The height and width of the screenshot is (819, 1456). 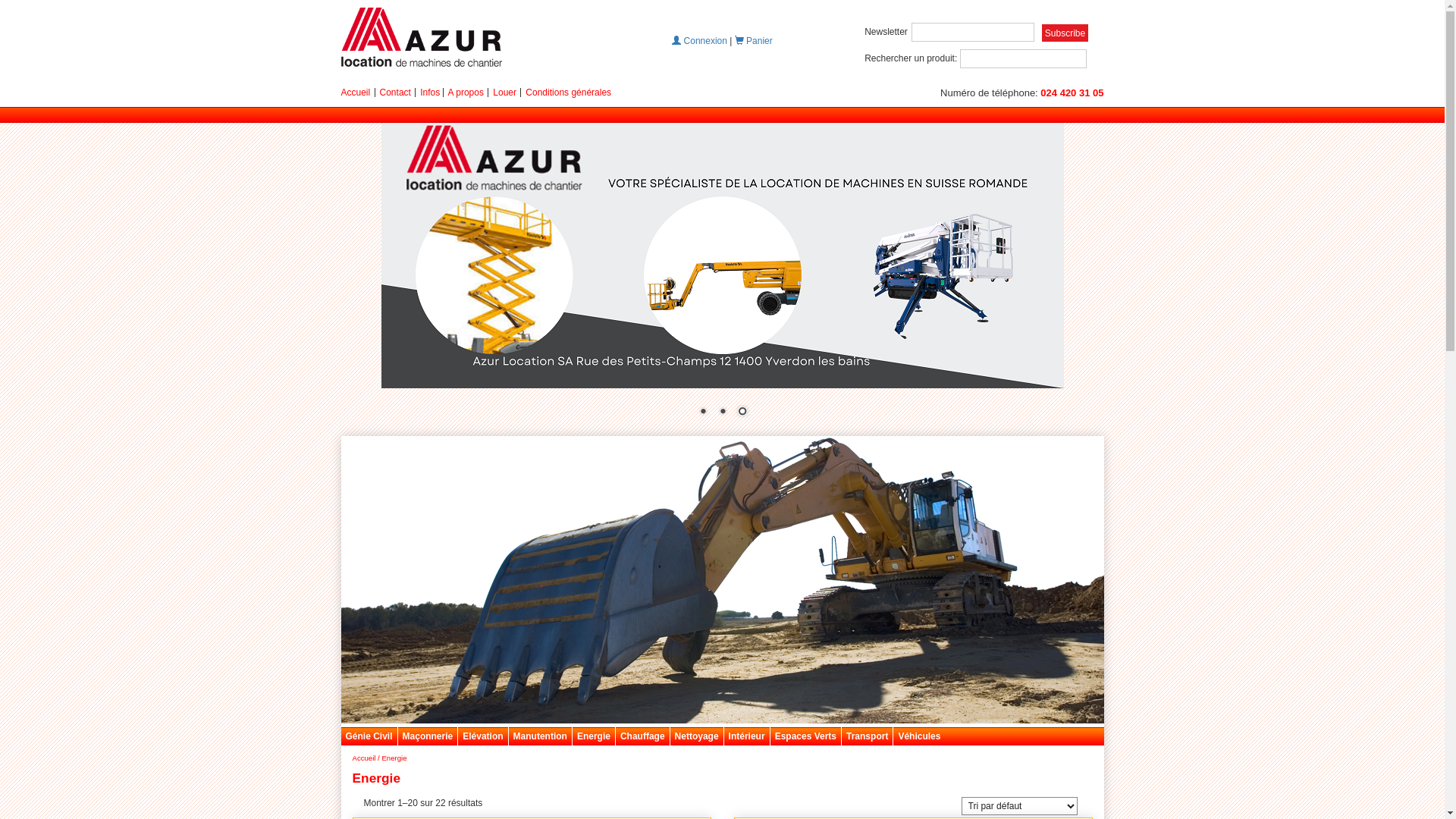 I want to click on 'A propos', so click(x=465, y=93).